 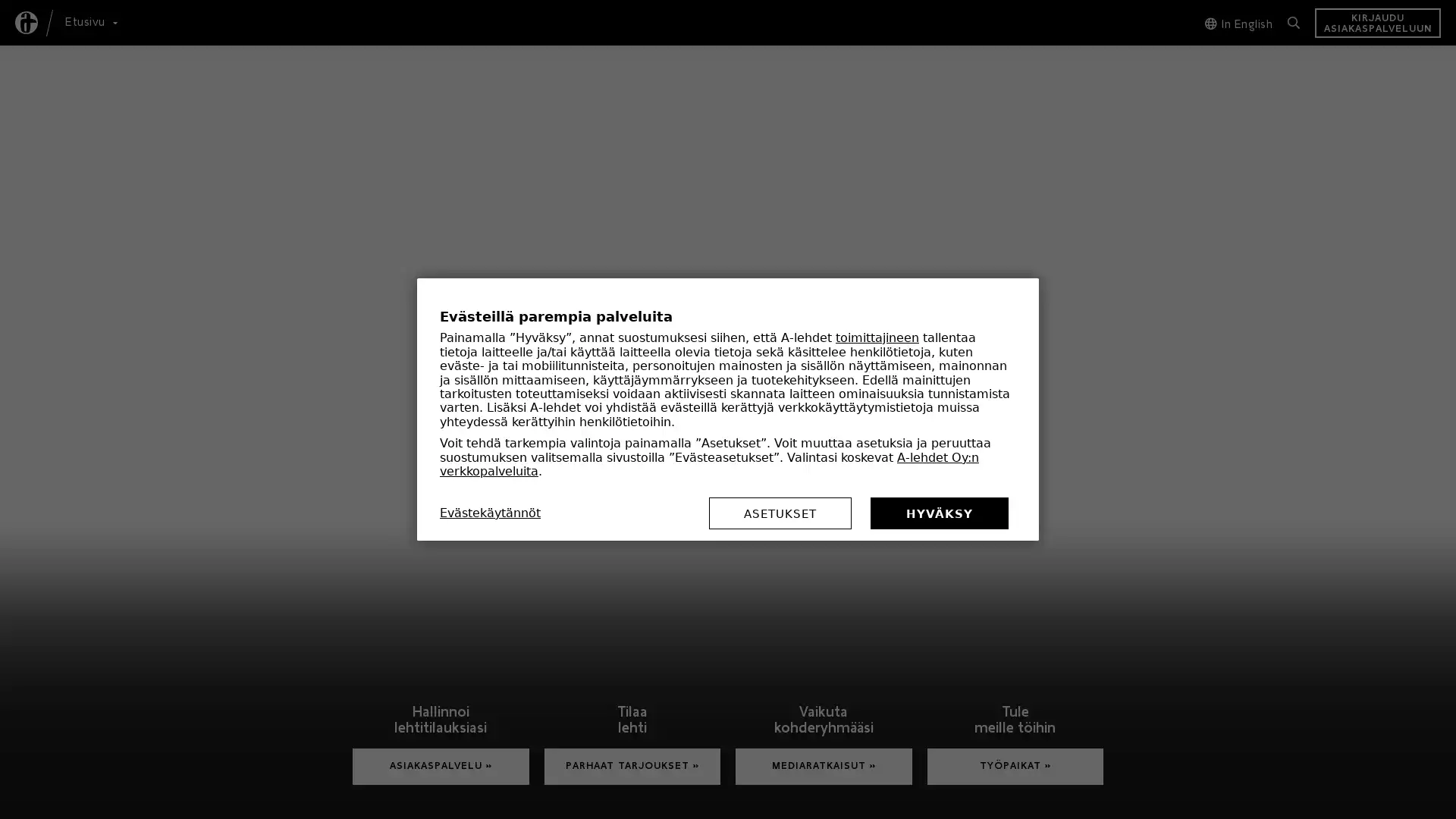 I want to click on HYVAKSY, so click(x=939, y=491).